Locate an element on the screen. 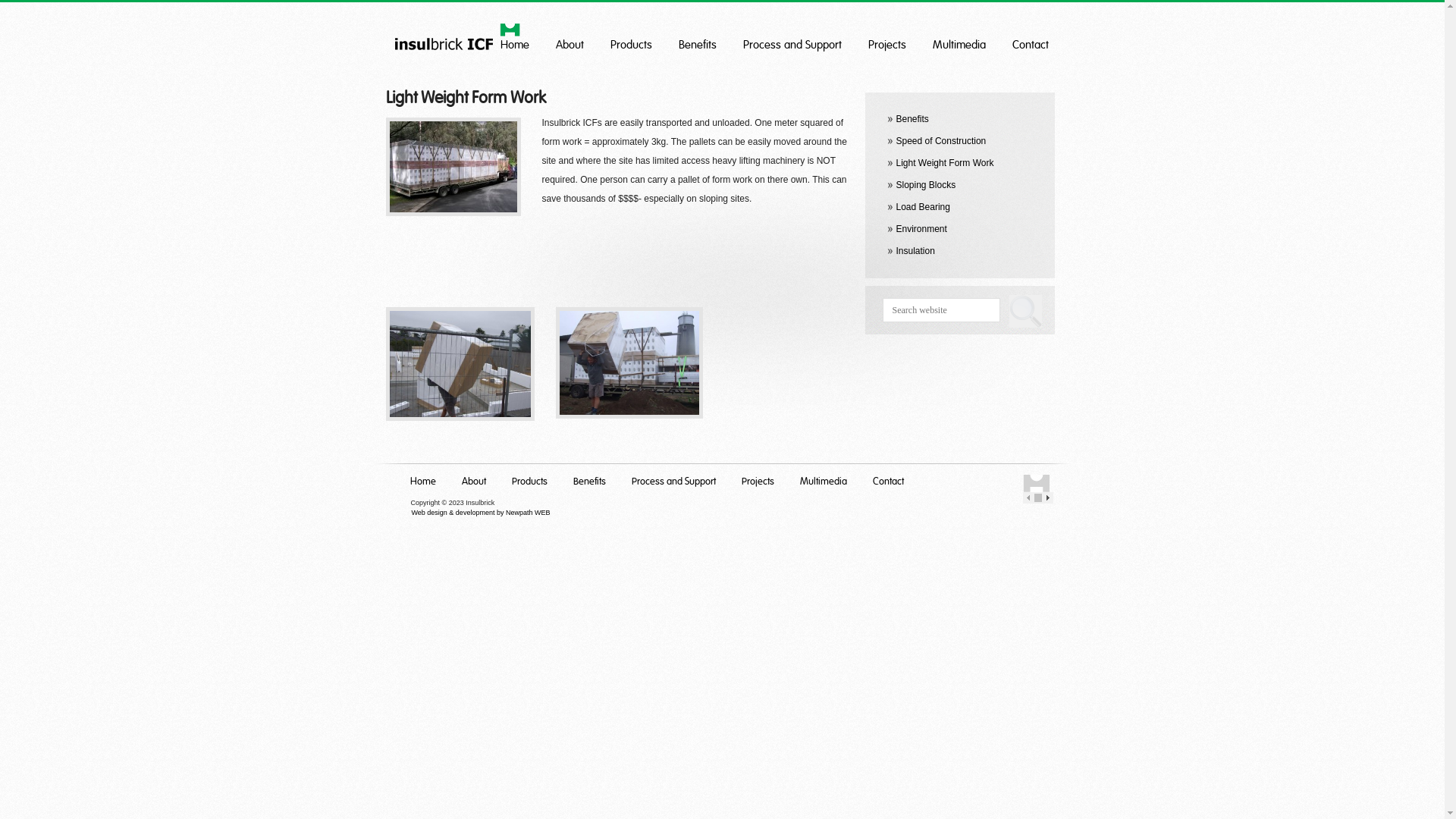 The width and height of the screenshot is (1456, 819). 'About' is located at coordinates (554, 40).